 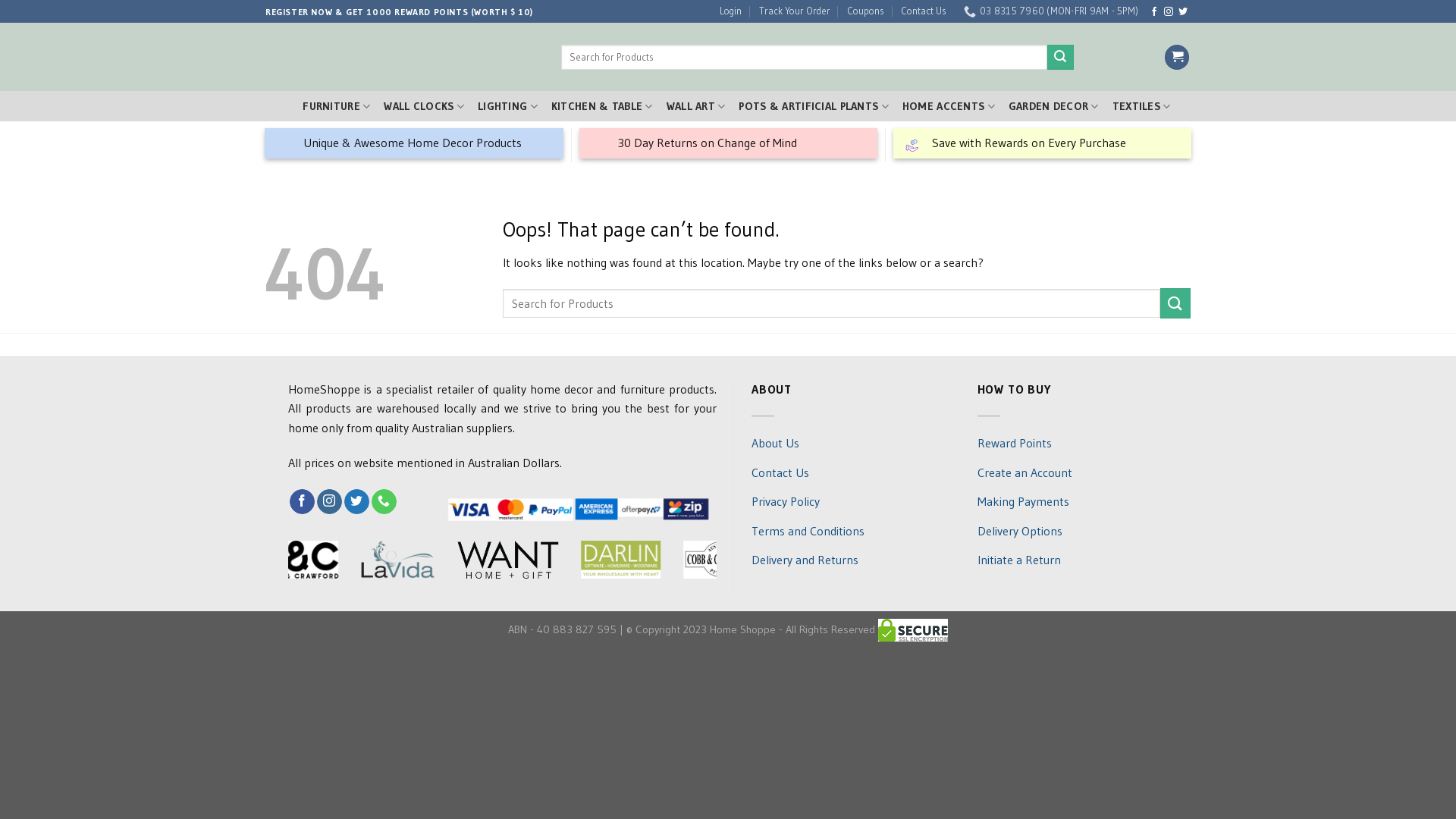 What do you see at coordinates (689, 105) in the screenshot?
I see `'WALL ART'` at bounding box center [689, 105].